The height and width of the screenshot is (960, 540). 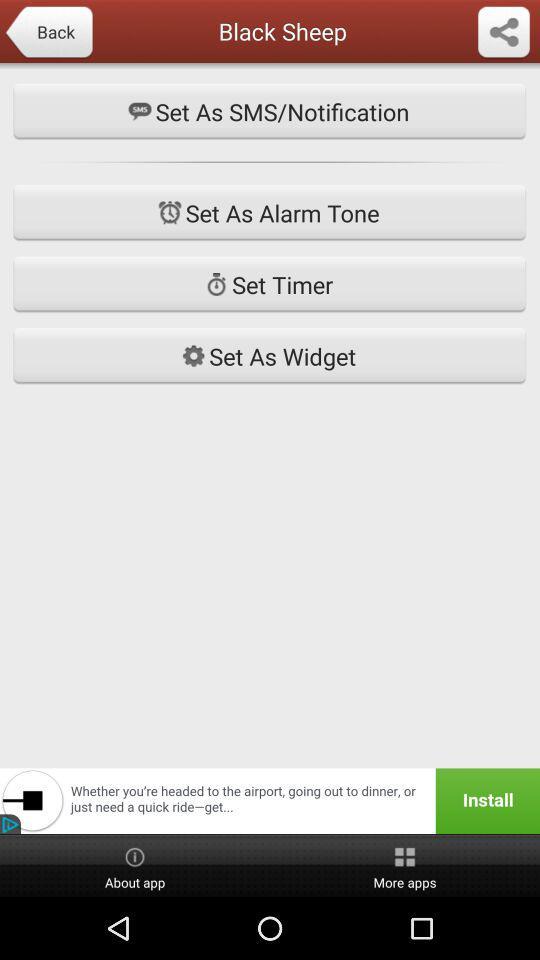 I want to click on the button to the left of more apps item, so click(x=135, y=865).